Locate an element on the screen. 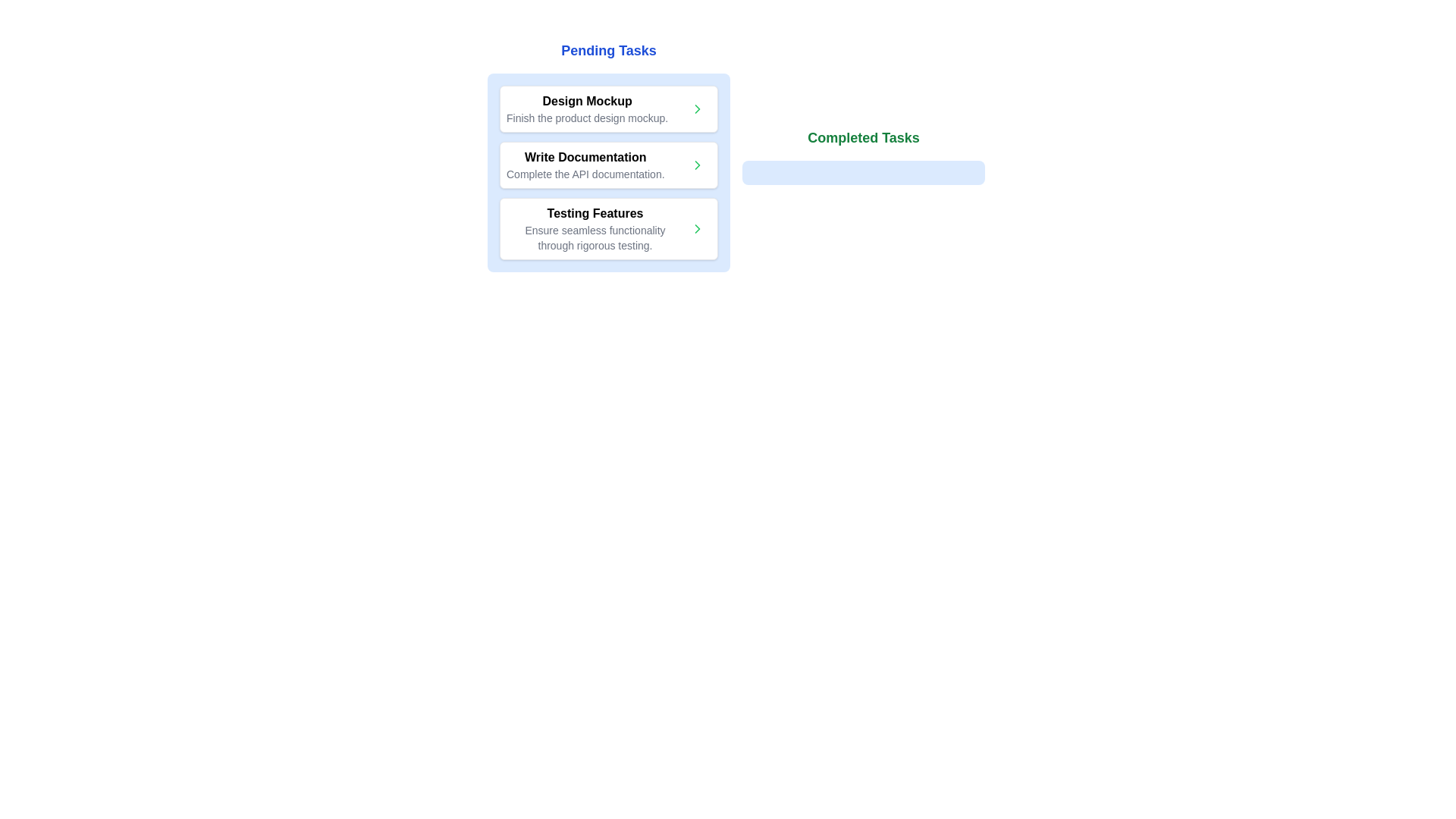 The height and width of the screenshot is (819, 1456). green button with the right arrow icon next to the task 'Write Documentation' in the pending tasks list is located at coordinates (697, 165).